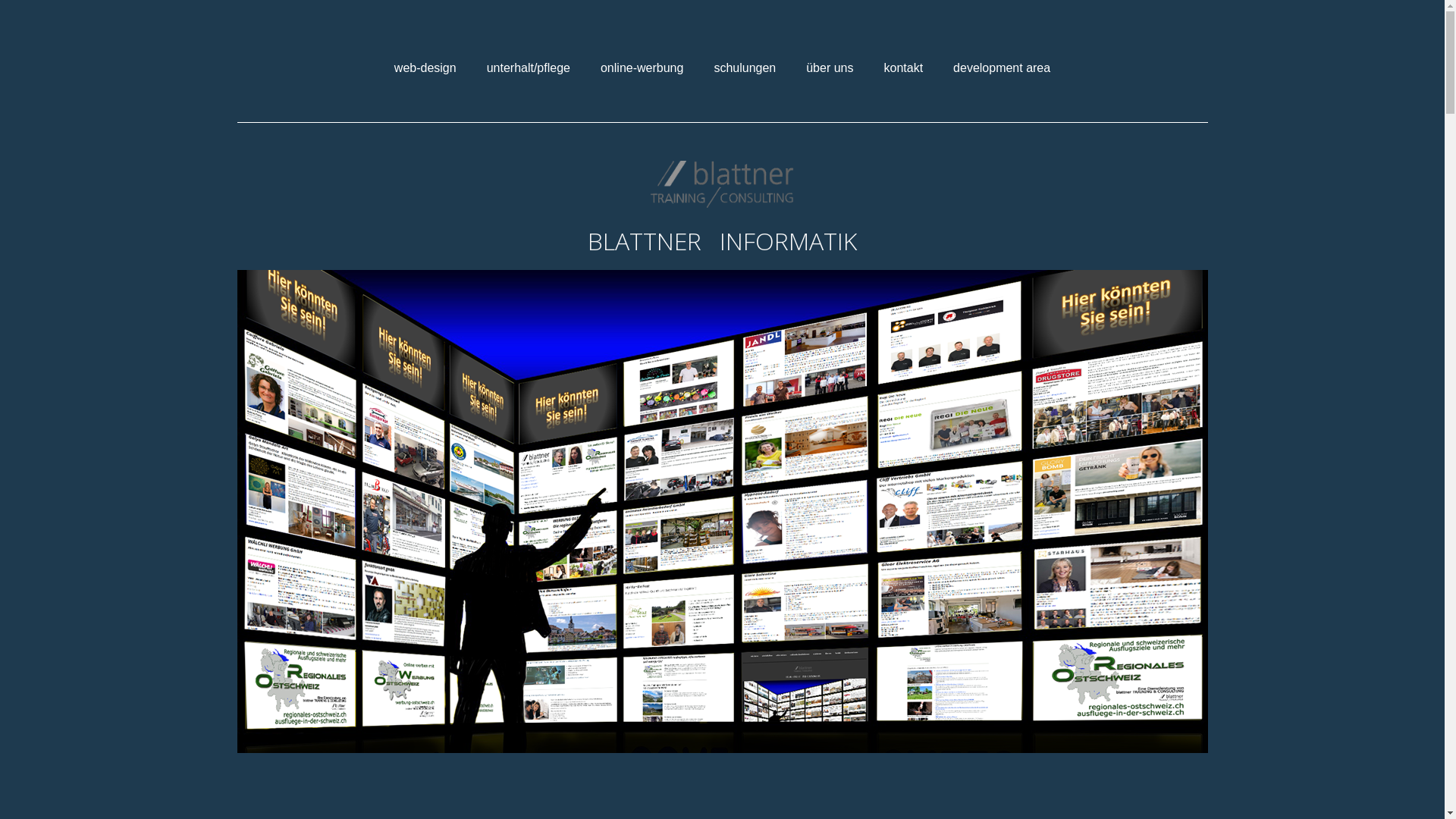 This screenshot has height=819, width=1456. What do you see at coordinates (902, 67) in the screenshot?
I see `'kontakt'` at bounding box center [902, 67].